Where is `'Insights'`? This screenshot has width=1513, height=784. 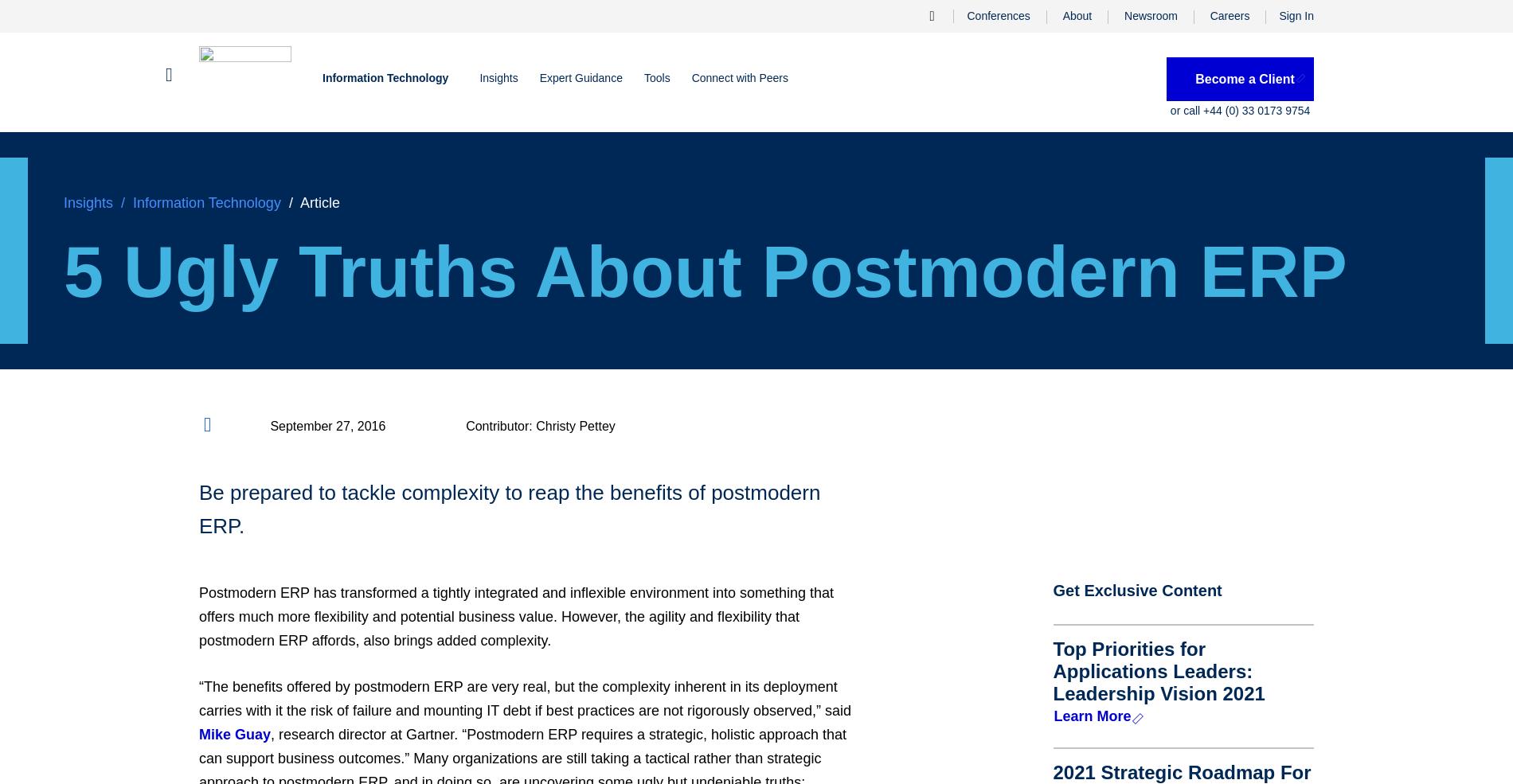 'Insights' is located at coordinates (88, 202).